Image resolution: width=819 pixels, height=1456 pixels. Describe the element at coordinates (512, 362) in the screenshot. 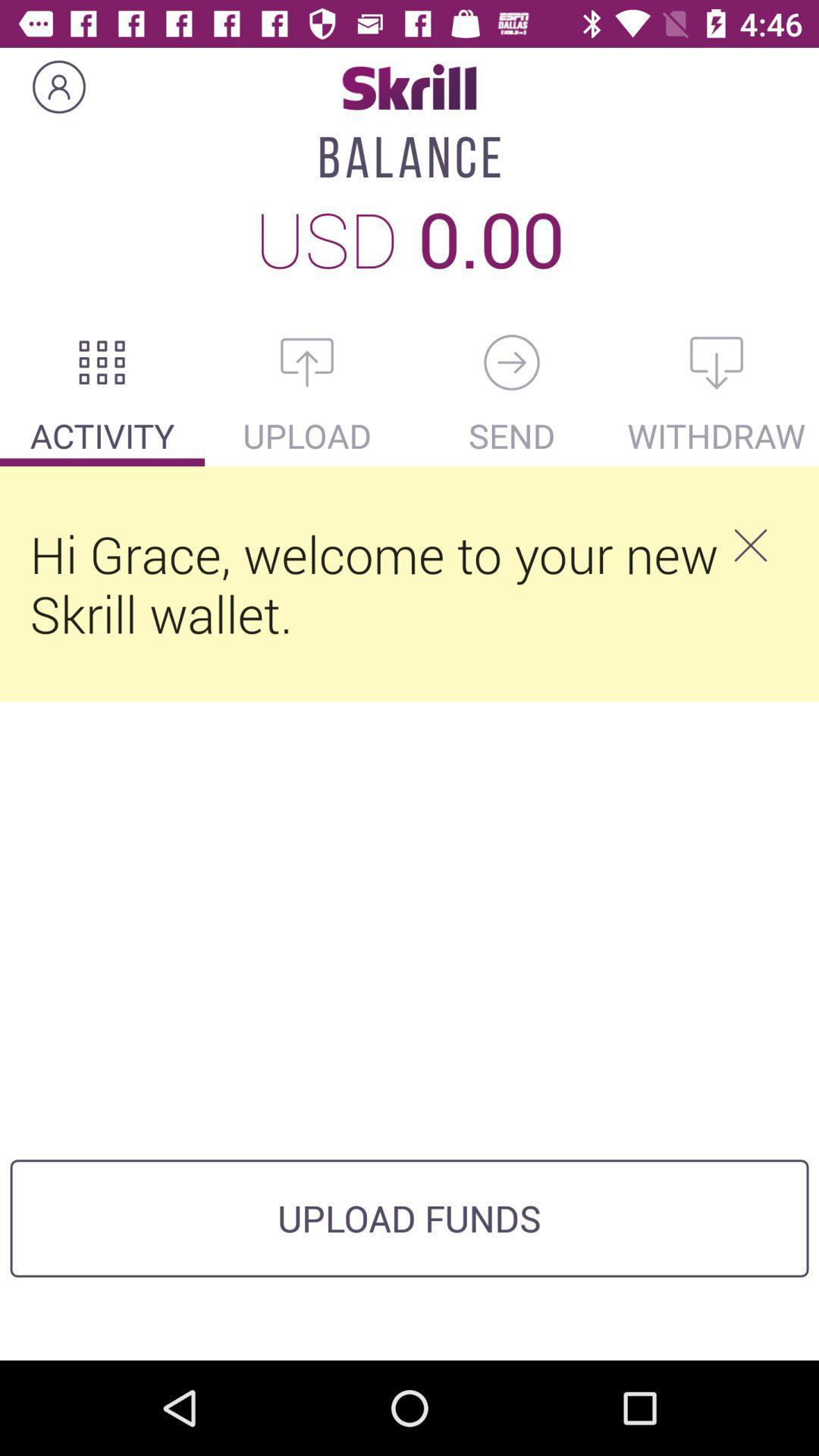

I see `top of send` at that location.